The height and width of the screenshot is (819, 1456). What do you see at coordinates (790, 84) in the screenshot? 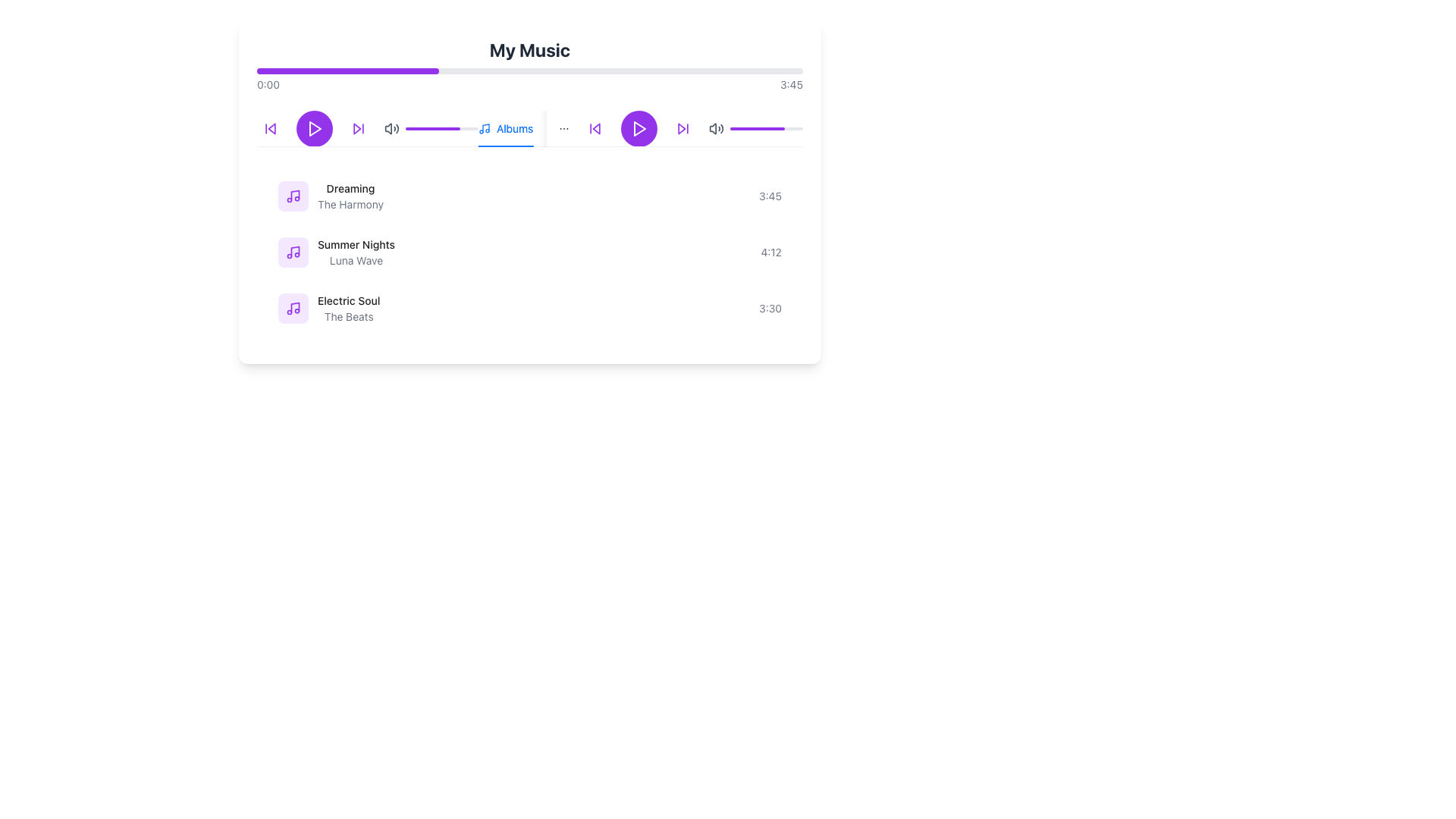
I see `the text label displaying '3:45' in the top-right corner of the music player interface` at bounding box center [790, 84].